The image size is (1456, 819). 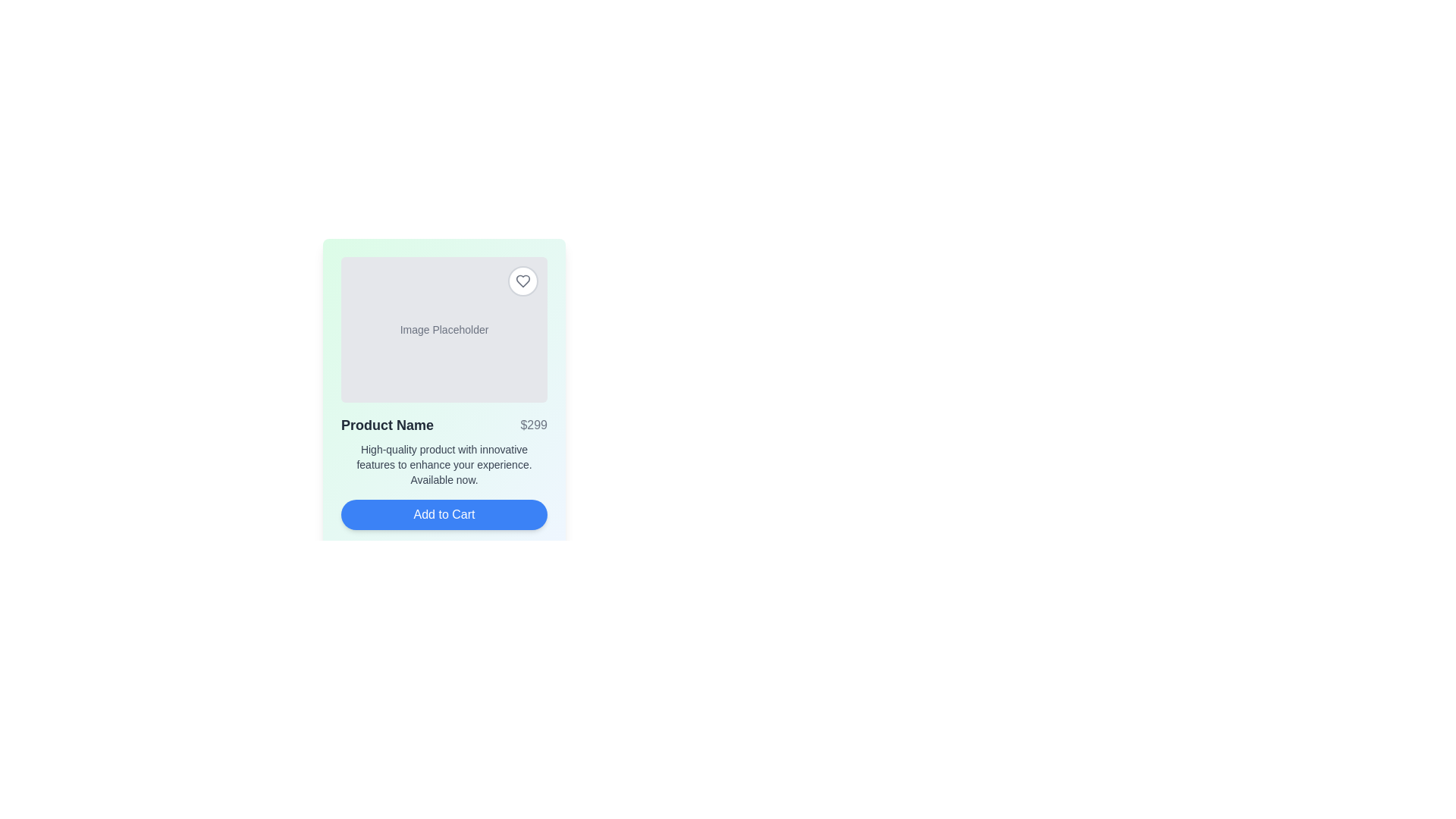 What do you see at coordinates (523, 281) in the screenshot?
I see `the button located at the top-right corner of the 'Image Placeholder' component` at bounding box center [523, 281].